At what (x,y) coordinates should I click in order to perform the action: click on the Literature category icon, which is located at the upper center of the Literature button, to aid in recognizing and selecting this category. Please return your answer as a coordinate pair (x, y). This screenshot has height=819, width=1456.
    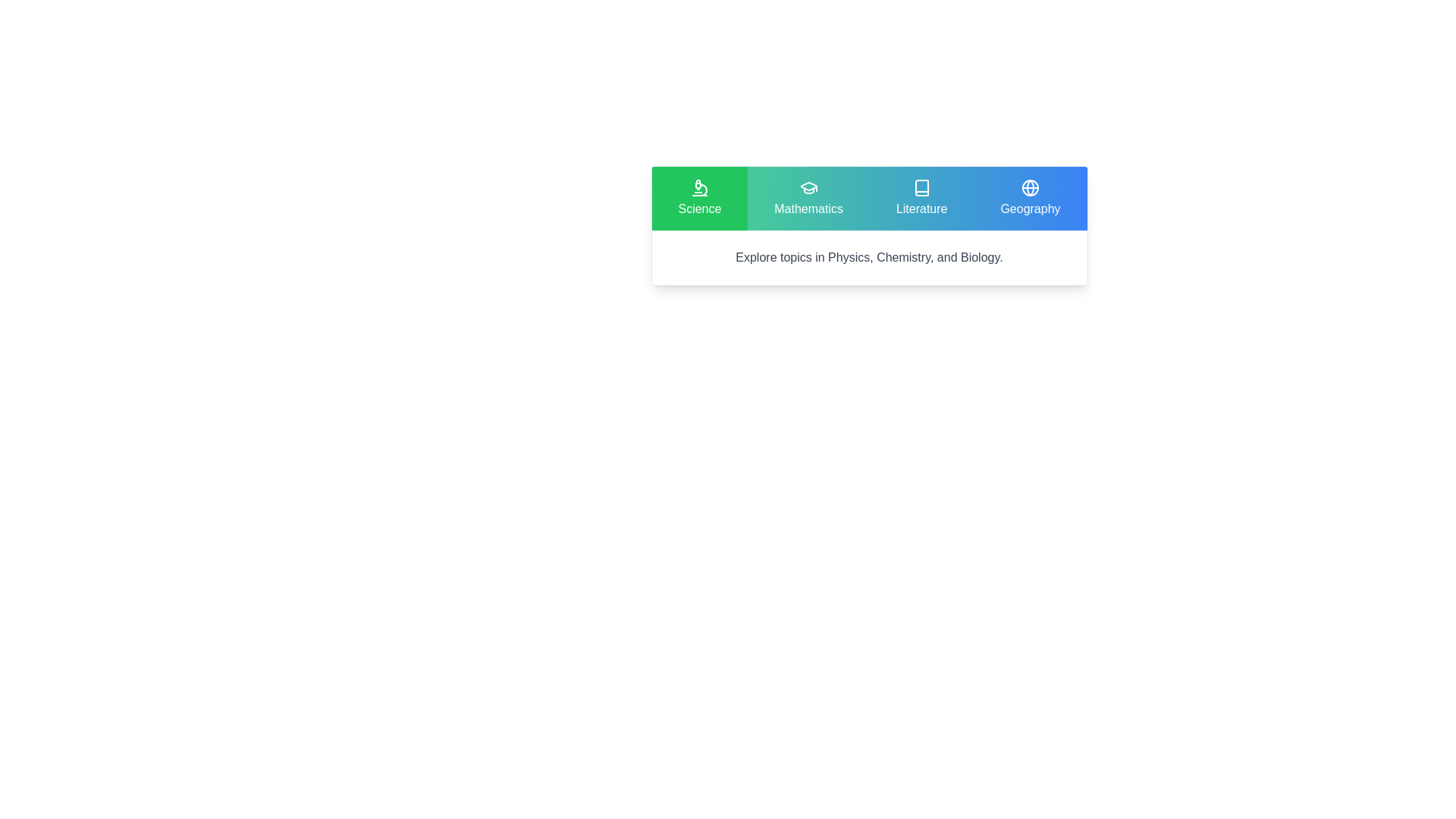
    Looking at the image, I should click on (921, 187).